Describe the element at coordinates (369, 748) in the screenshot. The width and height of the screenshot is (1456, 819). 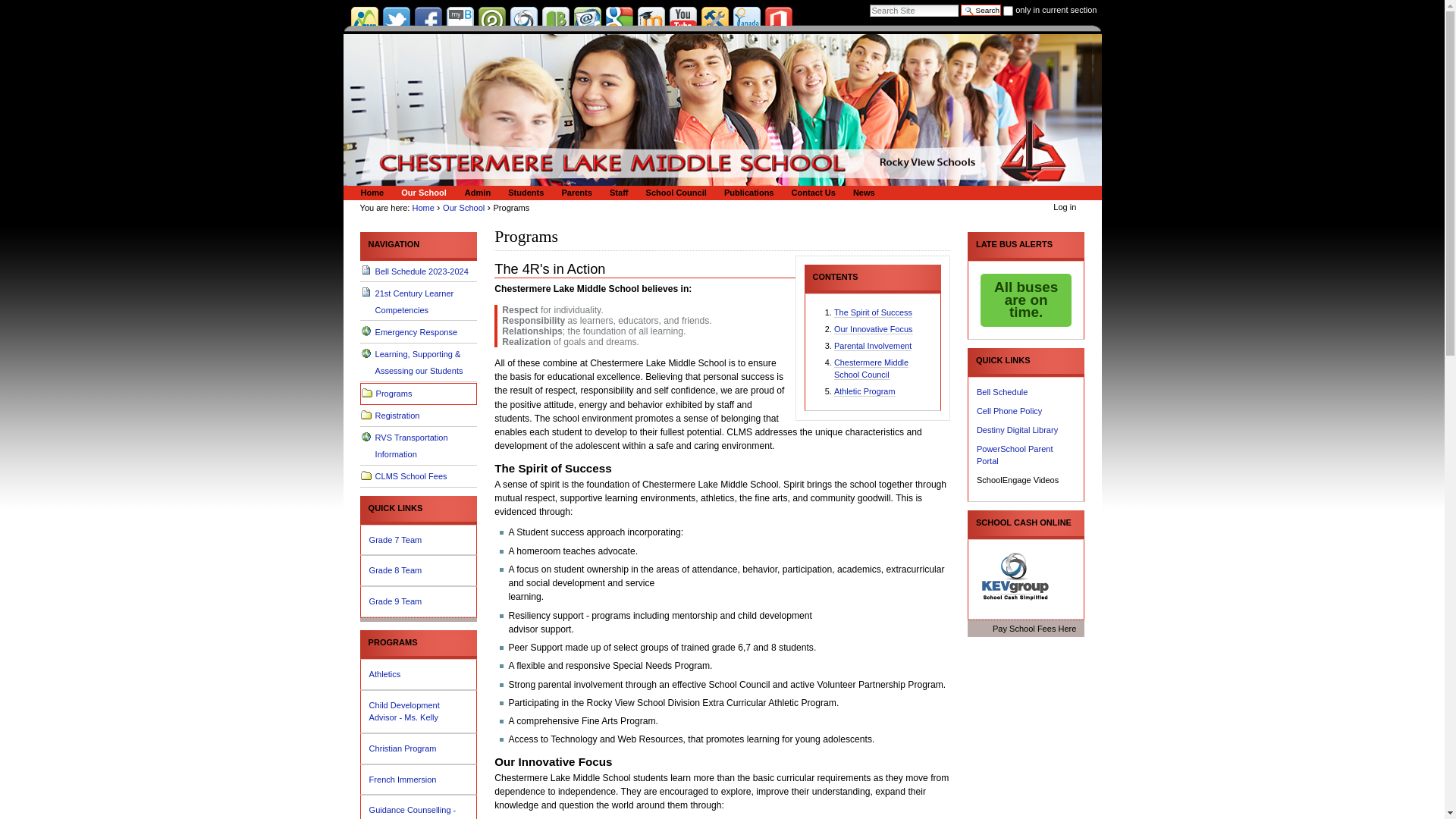
I see `'Christian Program'` at that location.